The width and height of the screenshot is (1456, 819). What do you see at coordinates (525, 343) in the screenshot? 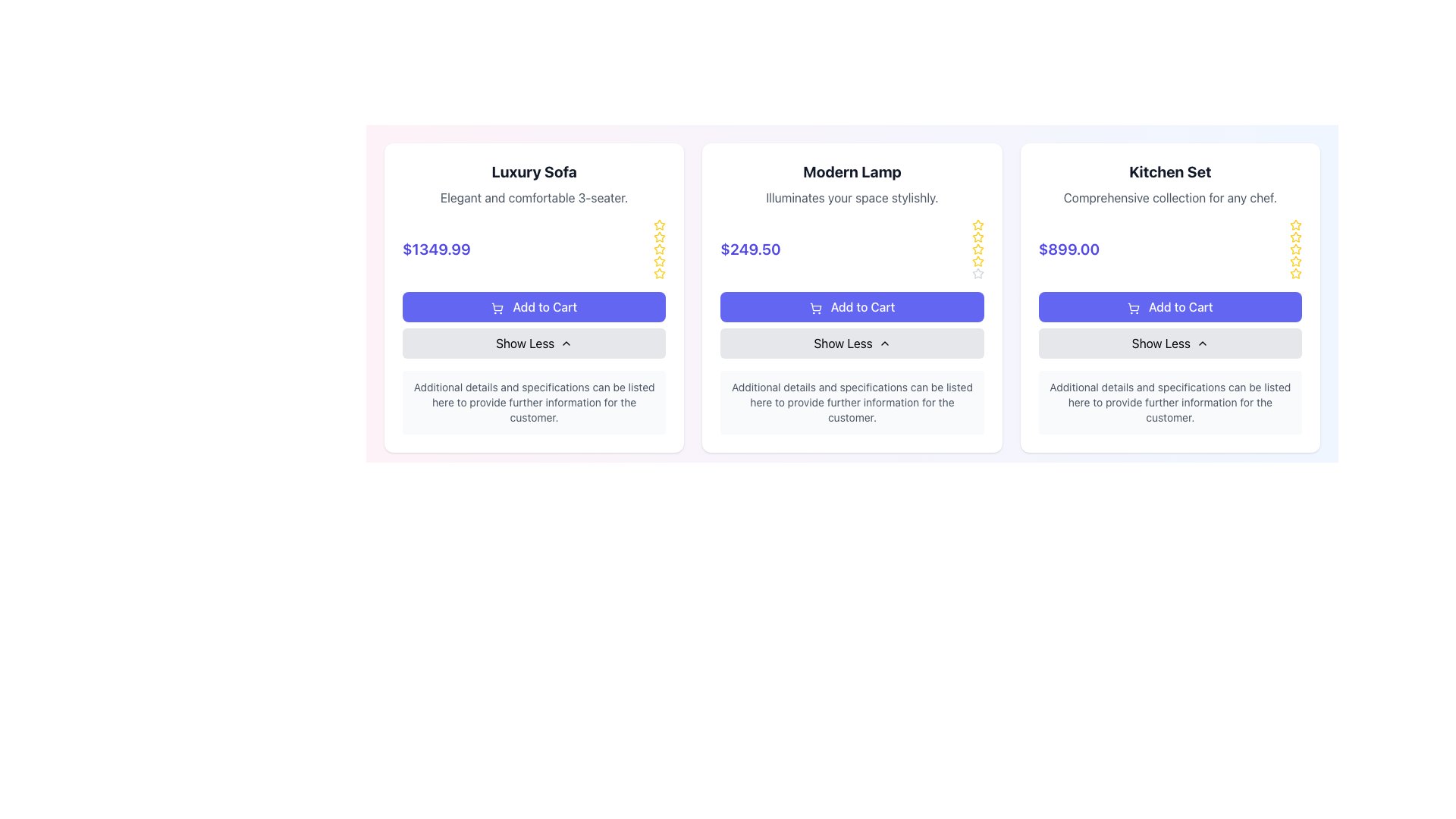
I see `the 'Show Less' text label located in the rectangular button next to the upward-pointing chevron icon, which is beneath the 'Luxury Sofa' card` at bounding box center [525, 343].